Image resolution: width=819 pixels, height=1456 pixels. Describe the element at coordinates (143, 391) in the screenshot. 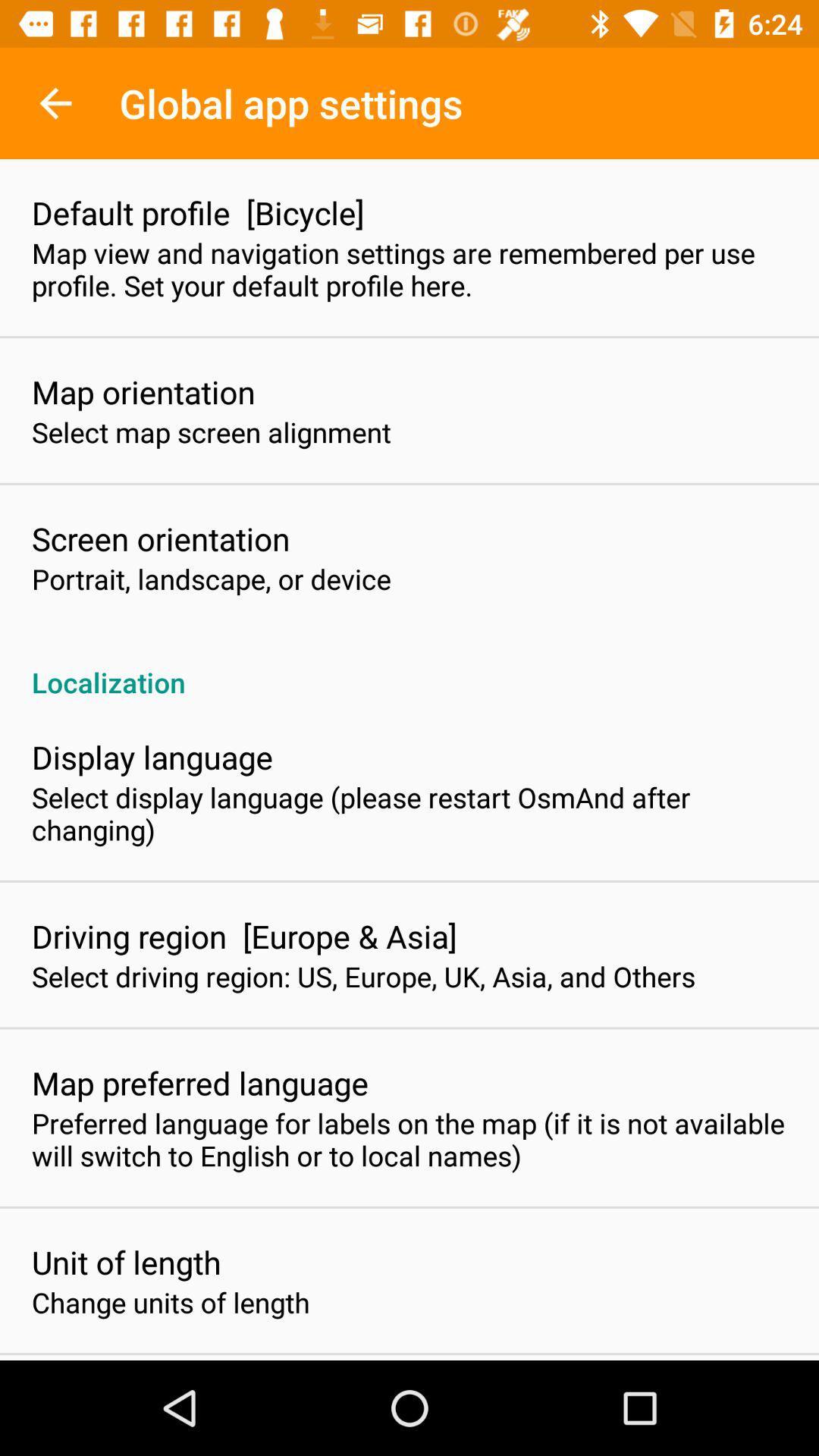

I see `map orientation` at that location.